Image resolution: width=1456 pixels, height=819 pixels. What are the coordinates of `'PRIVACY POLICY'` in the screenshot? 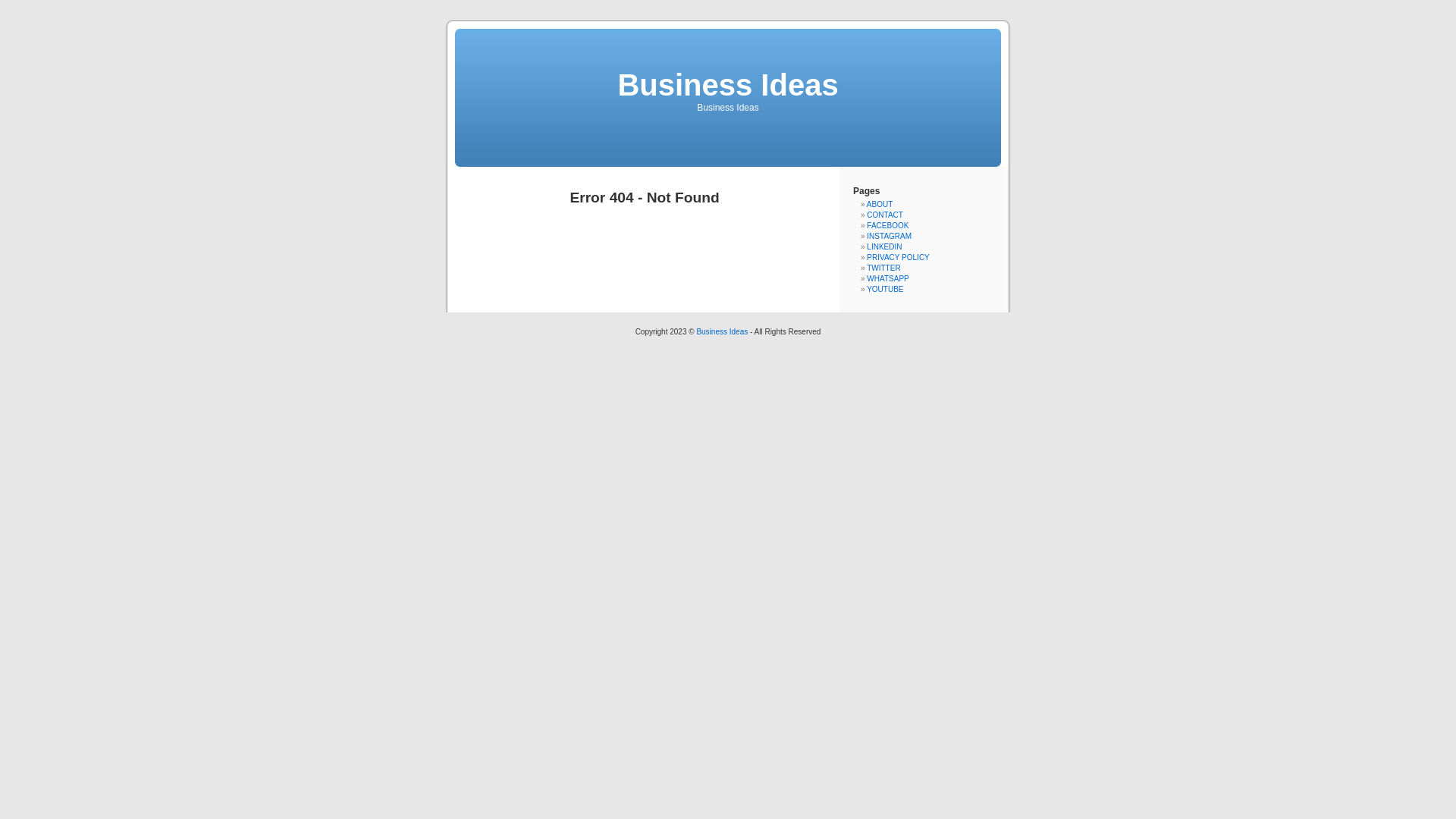 It's located at (866, 256).